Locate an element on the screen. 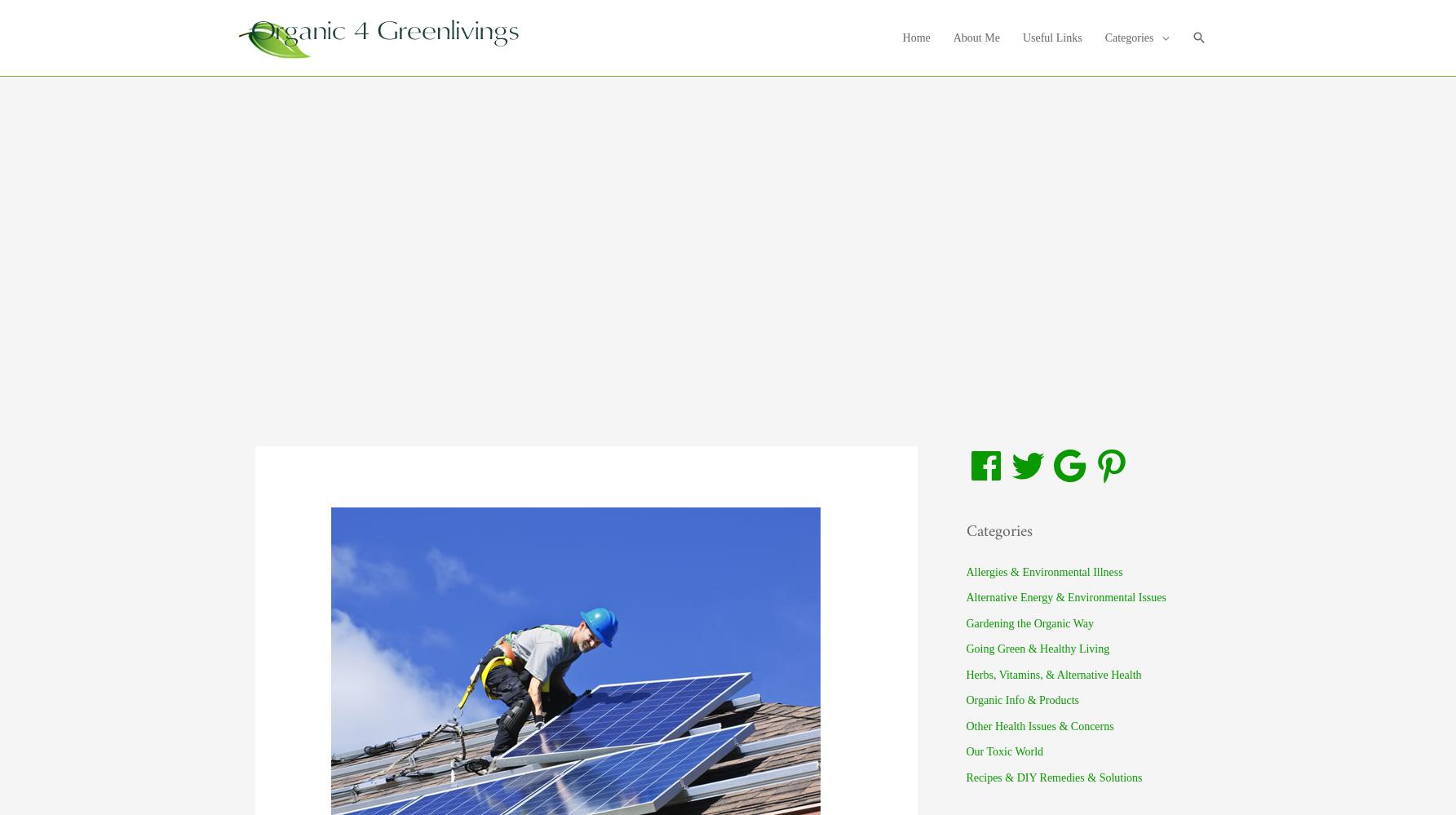 The width and height of the screenshot is (1456, 815). 'Going Green & Healthy Living' is located at coordinates (964, 649).